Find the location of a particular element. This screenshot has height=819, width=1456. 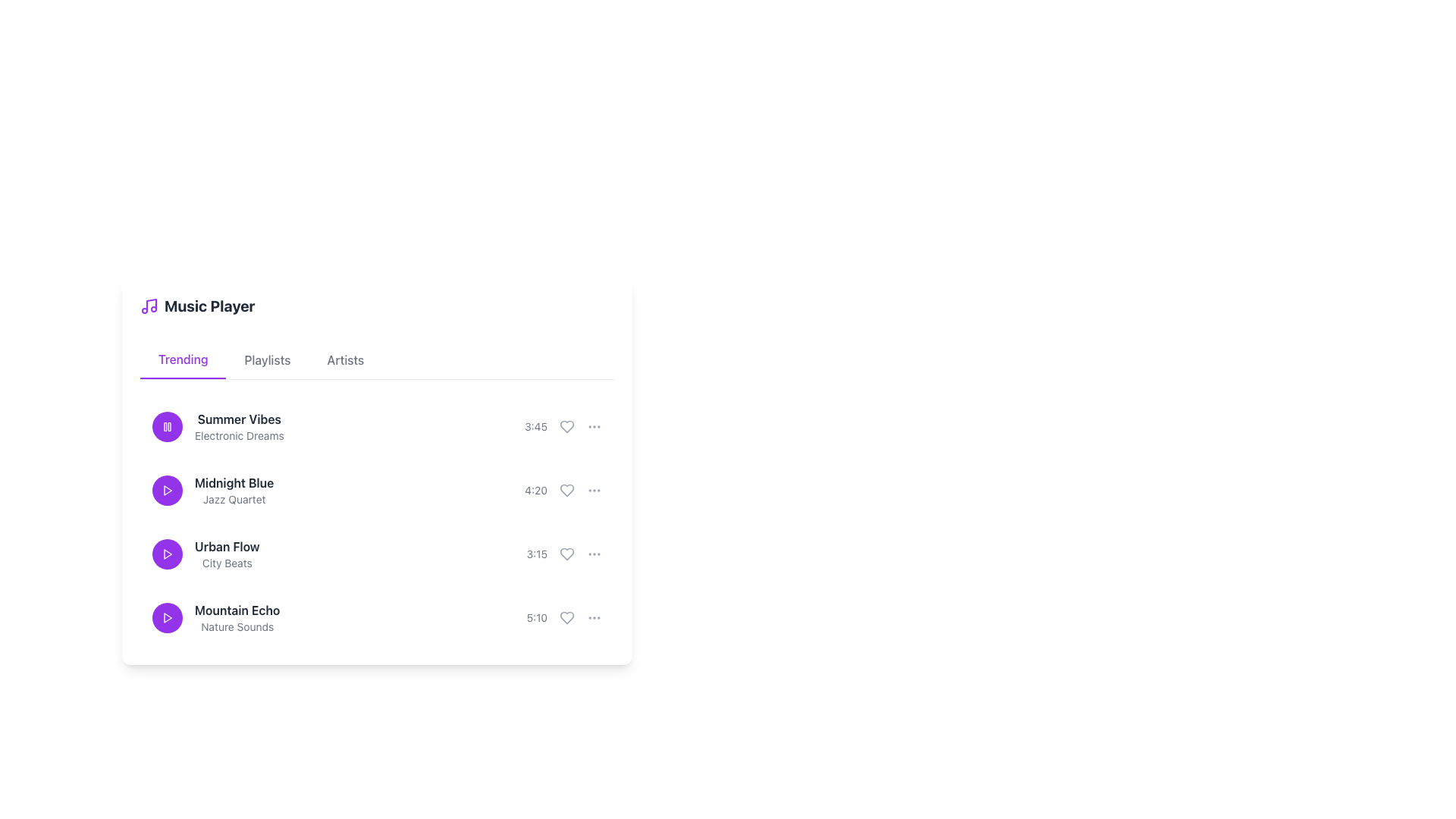

the circular purple button featuring a white pause icon is located at coordinates (167, 427).